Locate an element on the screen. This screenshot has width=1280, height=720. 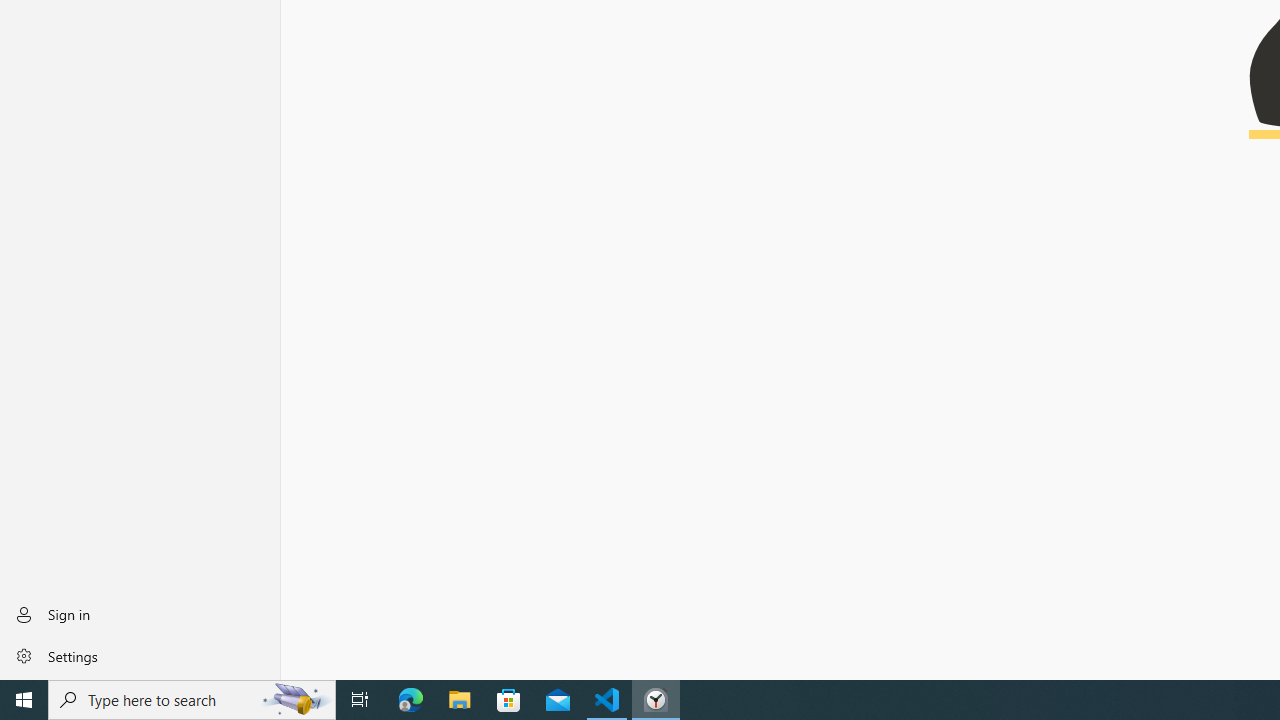
'Type here to search' is located at coordinates (192, 698).